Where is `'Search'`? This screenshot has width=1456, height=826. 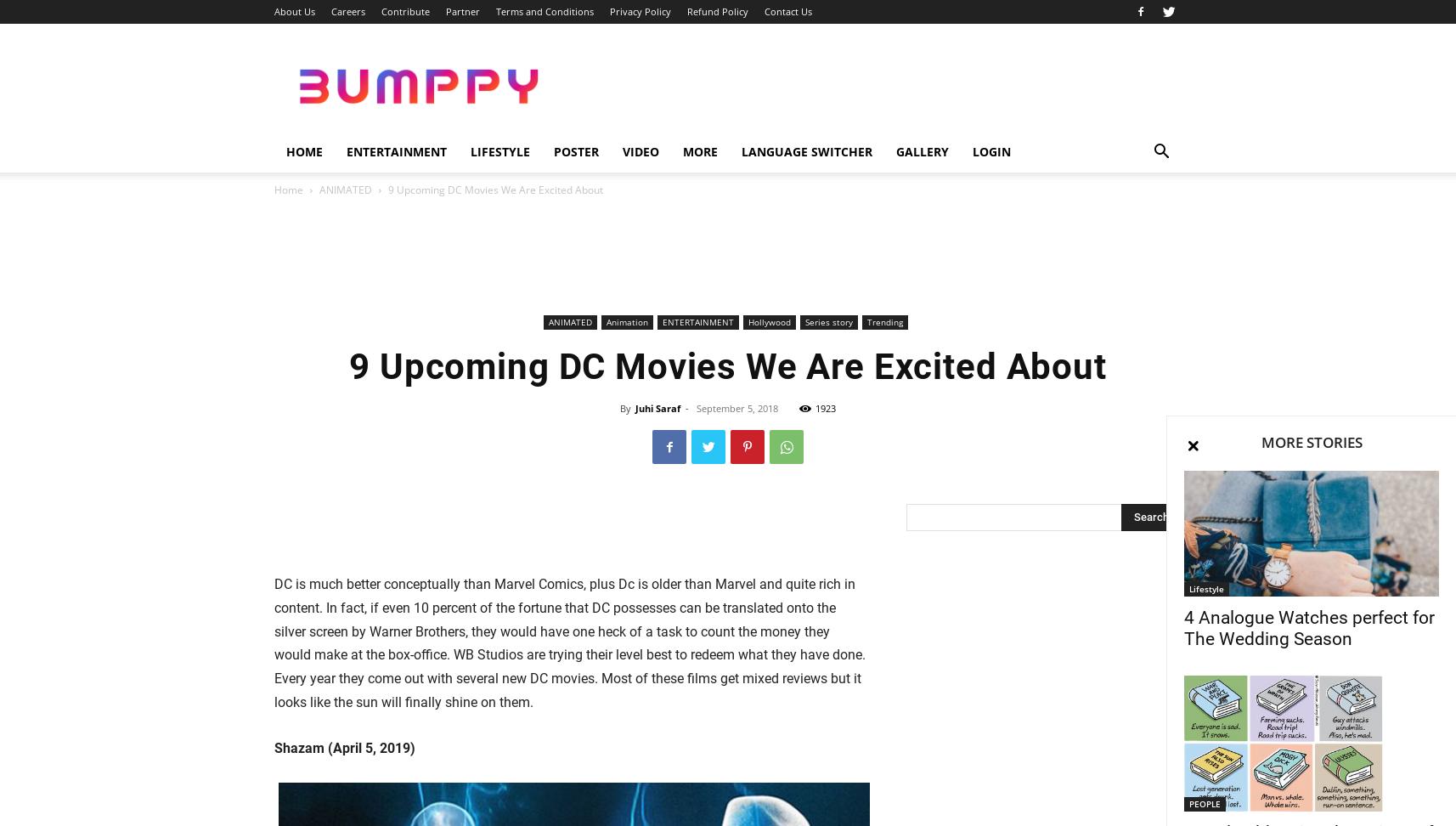
'Search' is located at coordinates (727, 84).